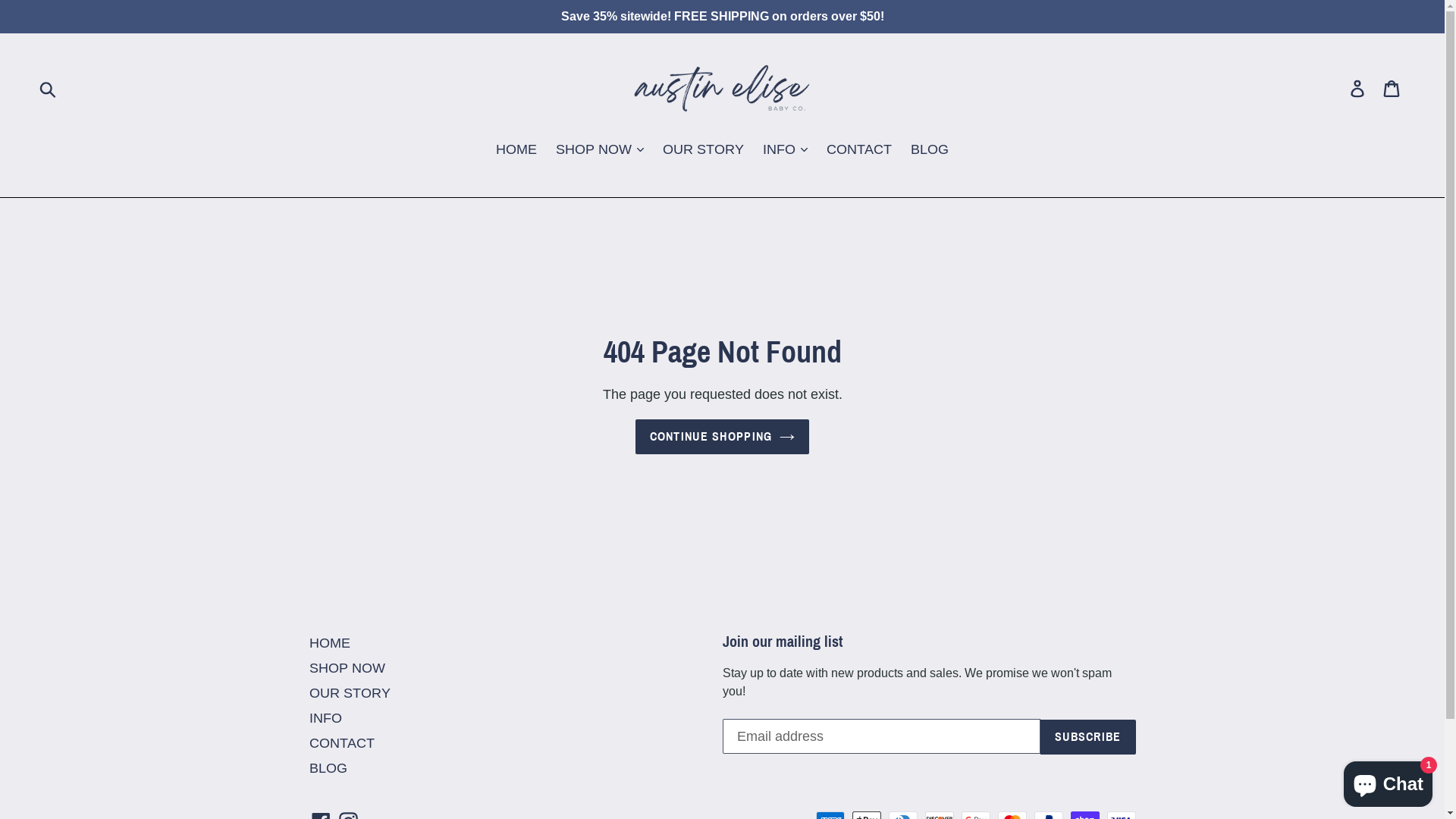  What do you see at coordinates (349, 692) in the screenshot?
I see `'OUR STORY'` at bounding box center [349, 692].